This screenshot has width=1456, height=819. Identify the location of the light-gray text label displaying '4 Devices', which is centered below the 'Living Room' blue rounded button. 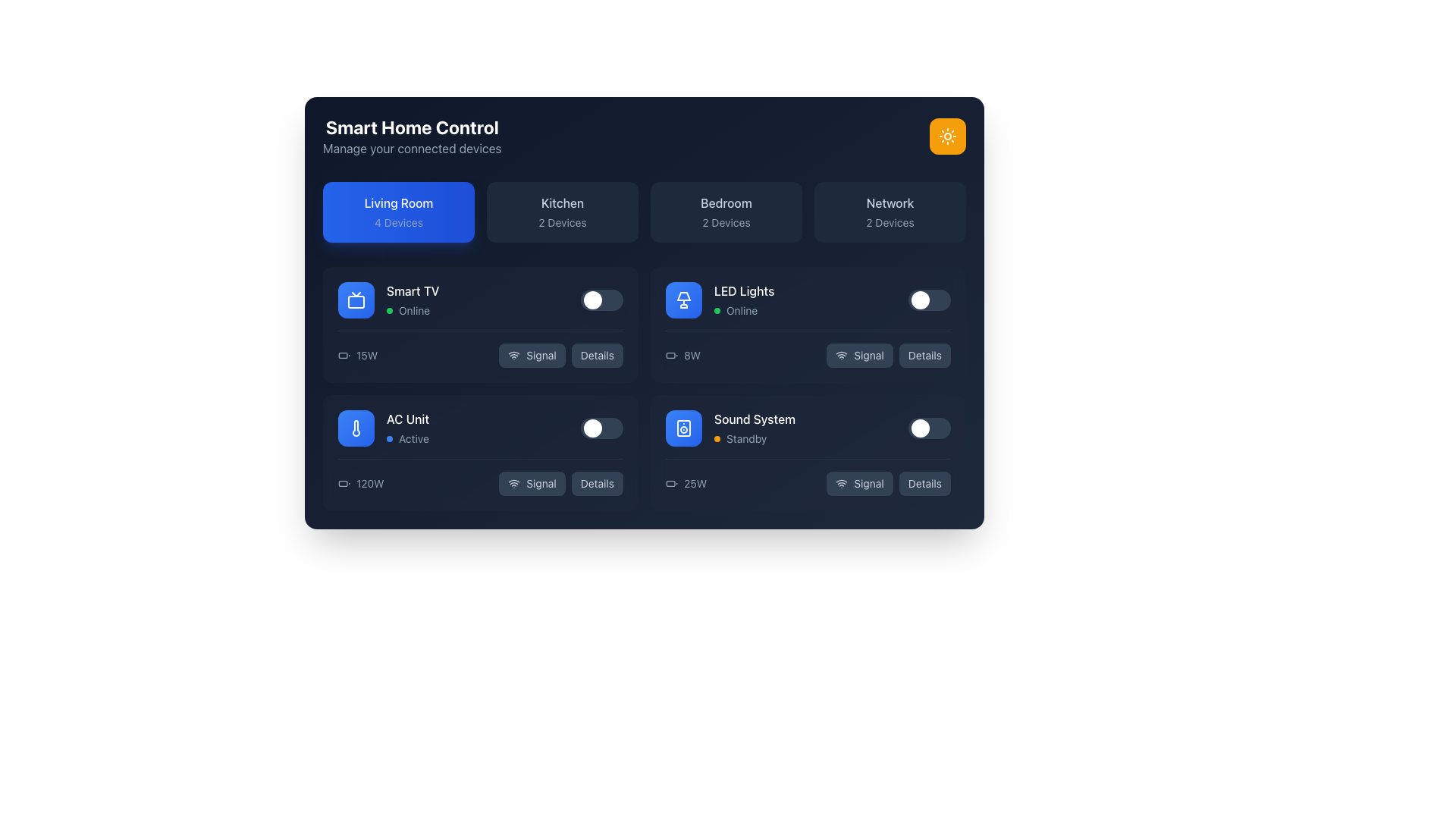
(399, 222).